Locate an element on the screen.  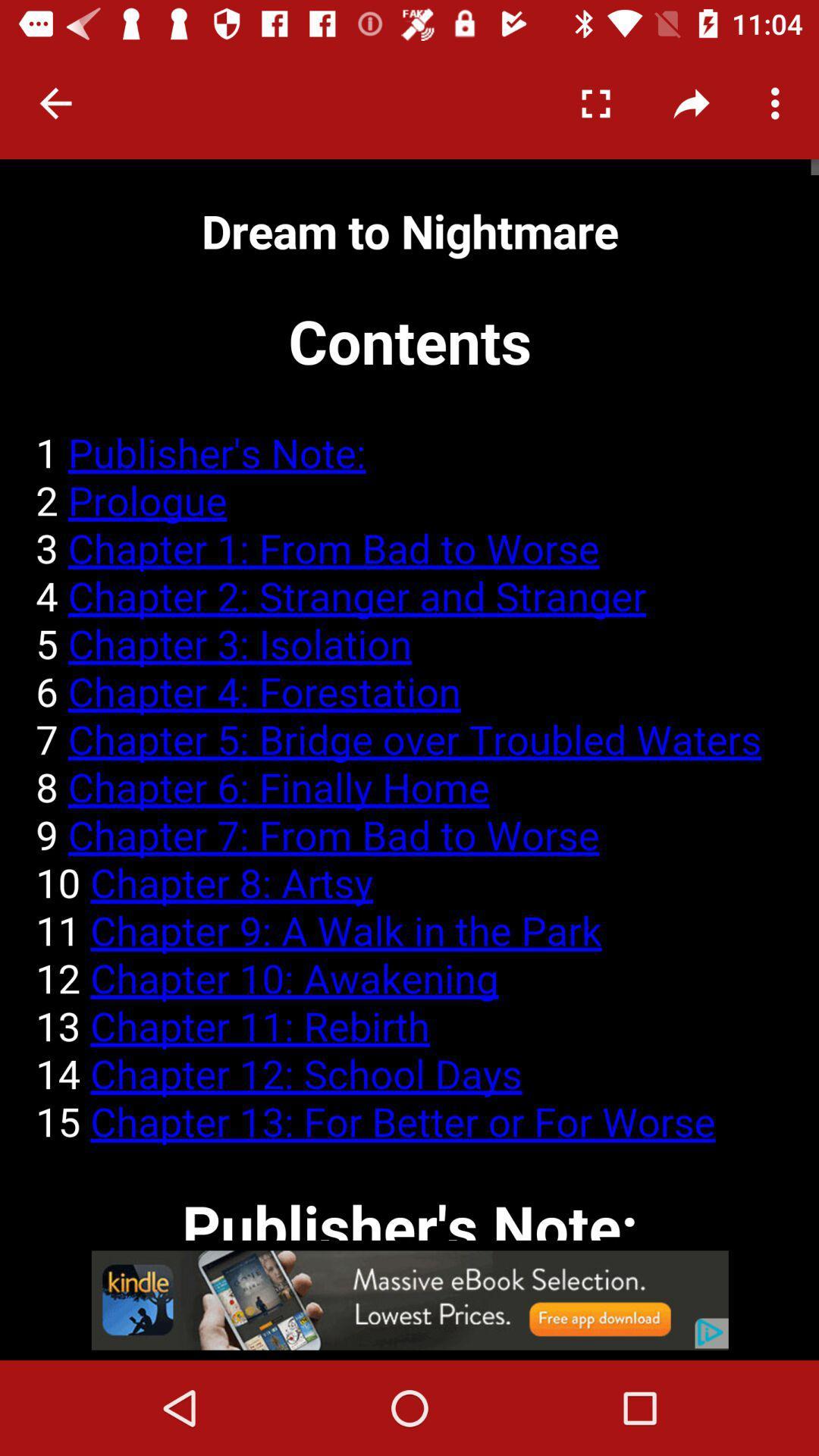
advertisement banner is located at coordinates (409, 1299).